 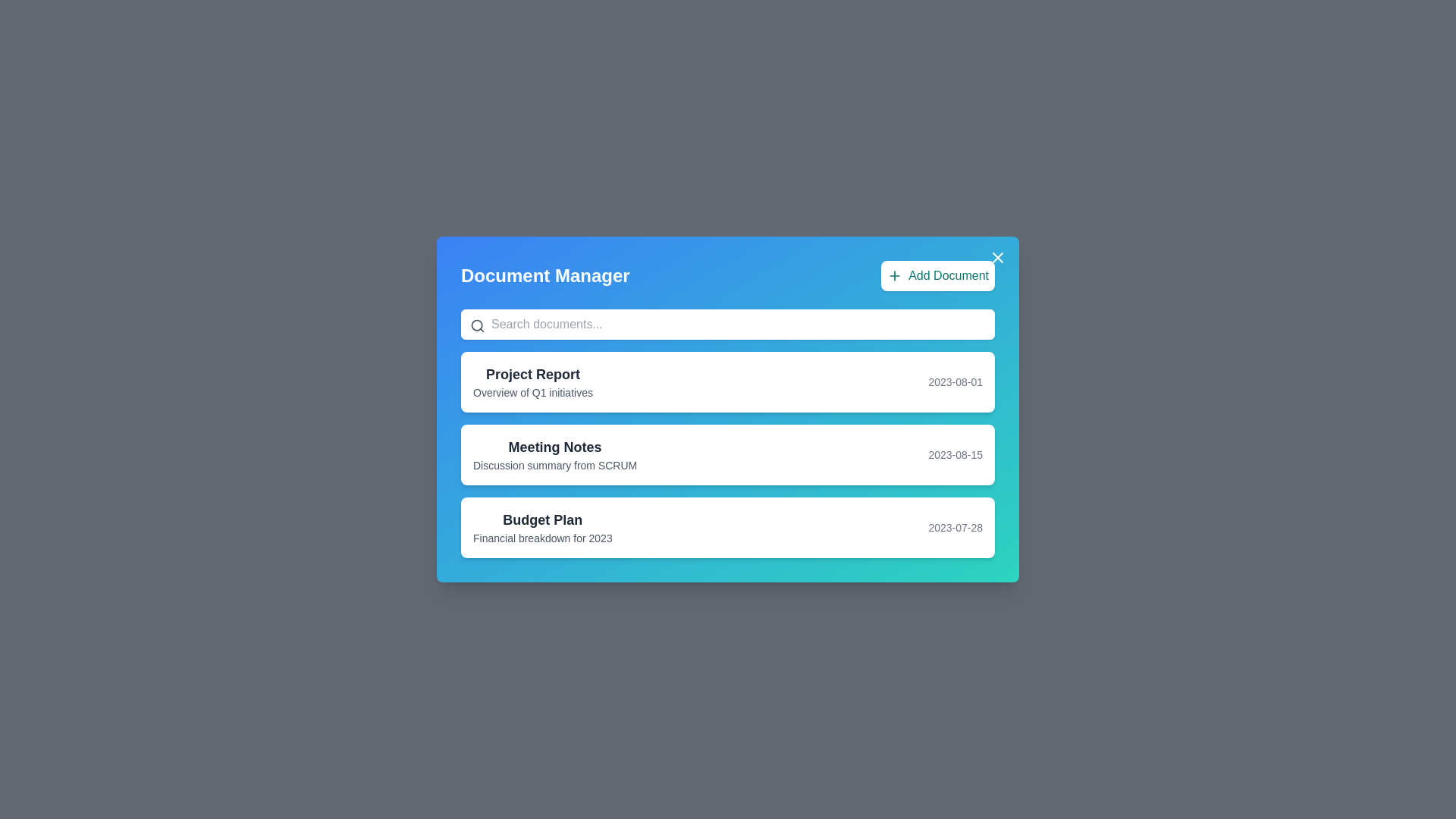 I want to click on the search bar to activate it for input, so click(x=728, y=324).